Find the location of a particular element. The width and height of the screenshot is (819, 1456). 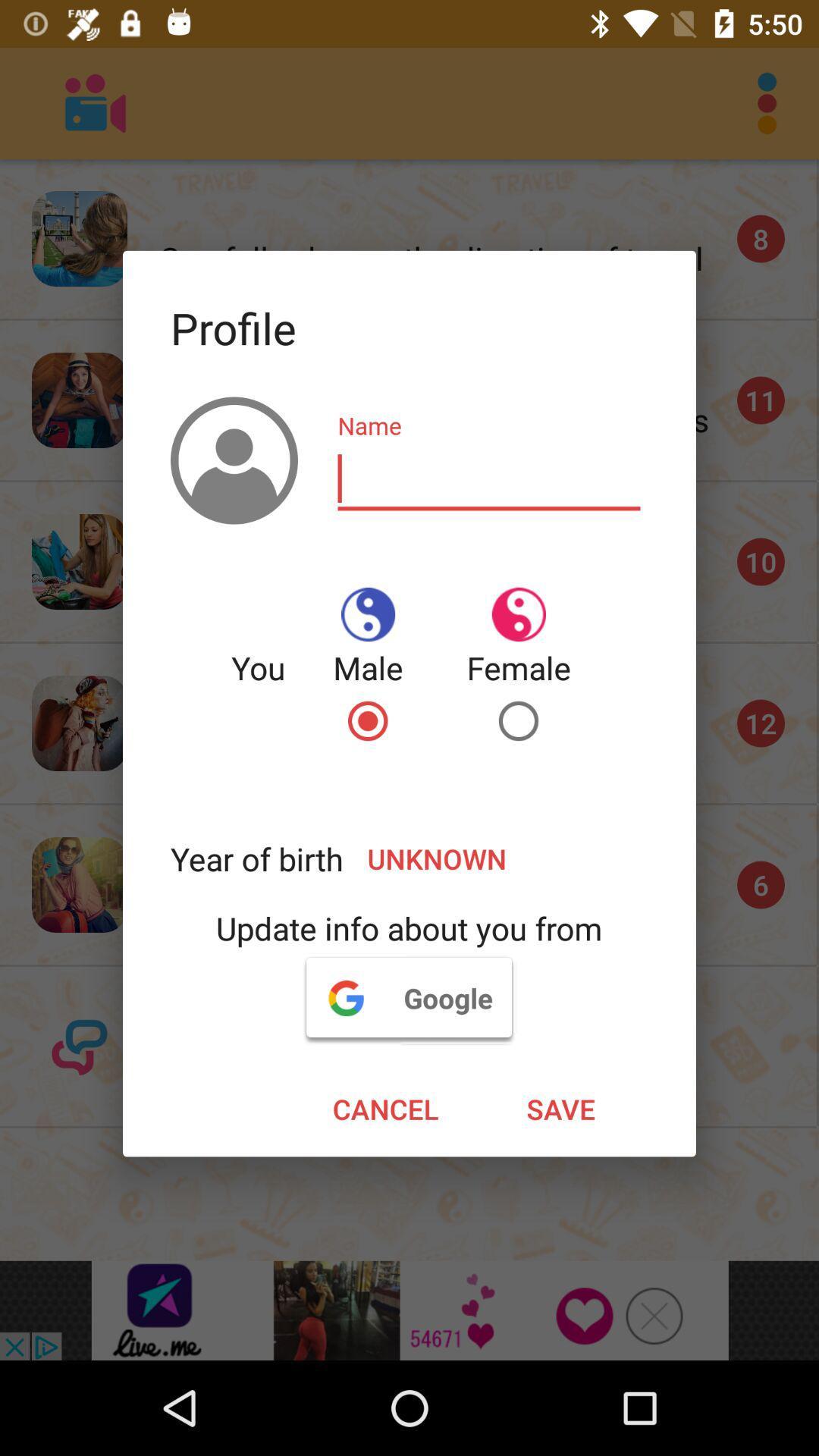

the icon to the right of cancel item is located at coordinates (560, 1109).